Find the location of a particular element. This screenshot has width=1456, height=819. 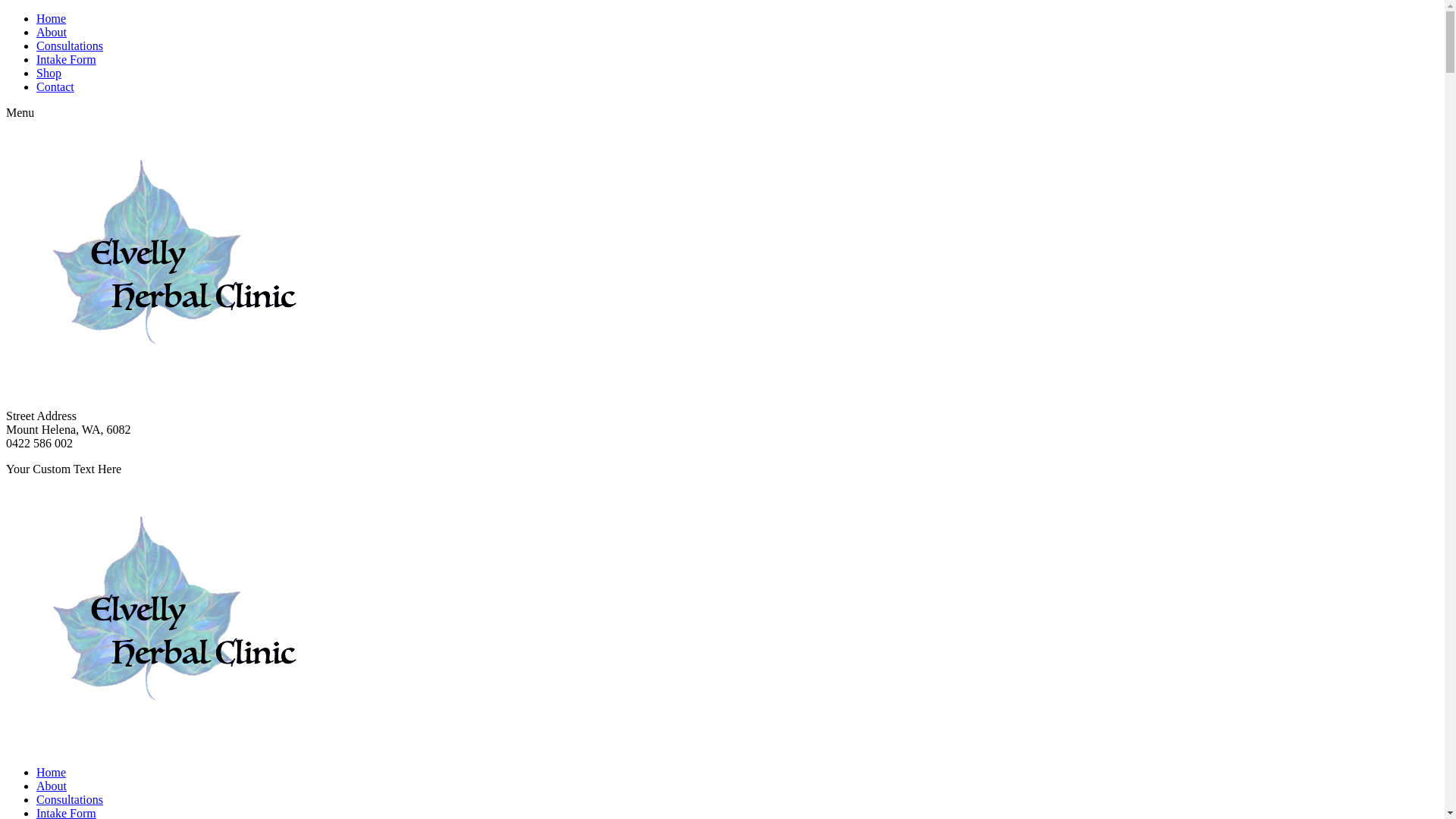

'About' is located at coordinates (51, 32).